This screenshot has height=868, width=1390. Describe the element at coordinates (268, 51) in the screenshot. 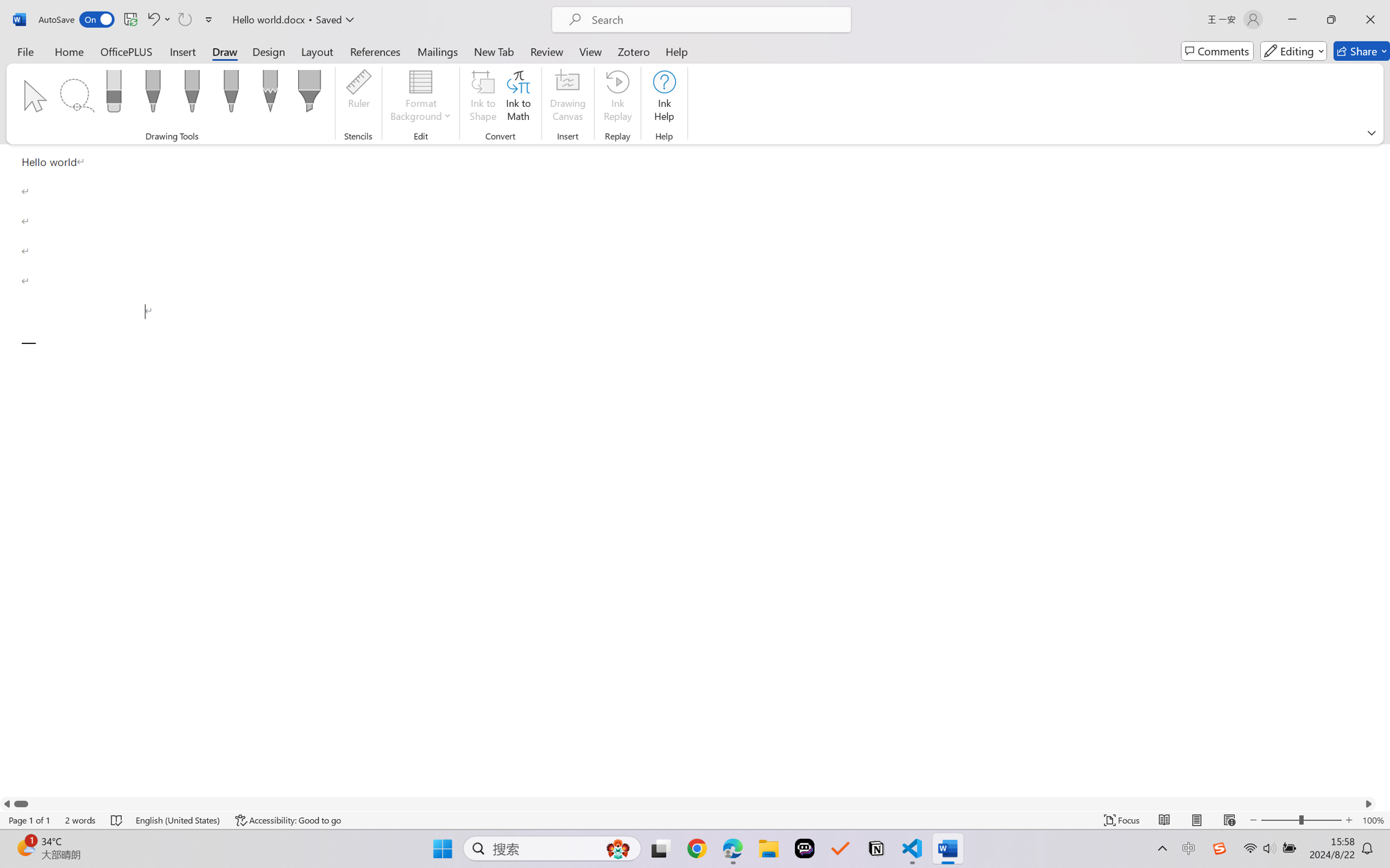

I see `'Design'` at that location.